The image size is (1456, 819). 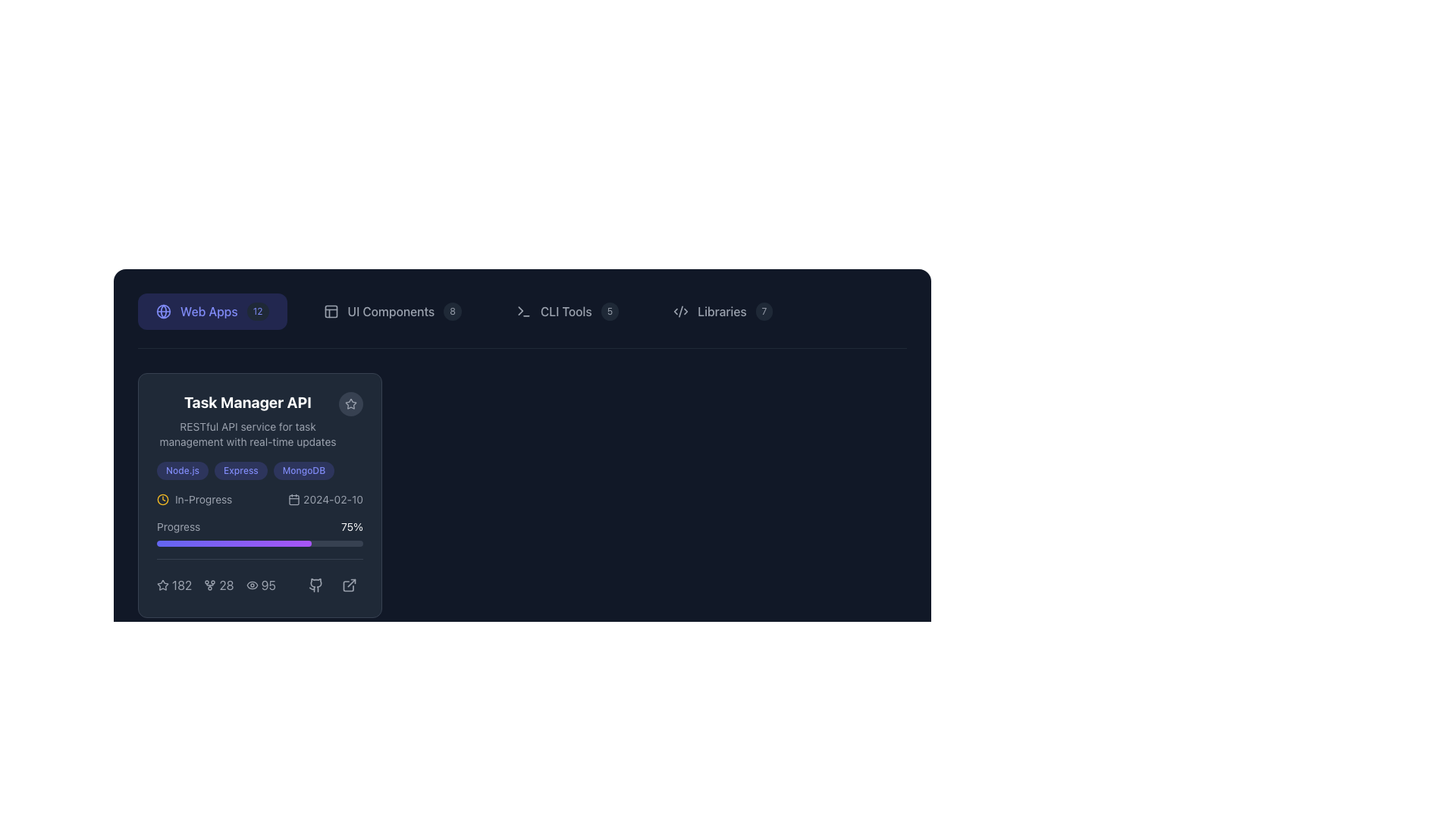 I want to click on the progress percentage visually on the progress bar located in the bottom section of the 'Task Manager API' card, which shows 75% completion, so click(x=259, y=543).